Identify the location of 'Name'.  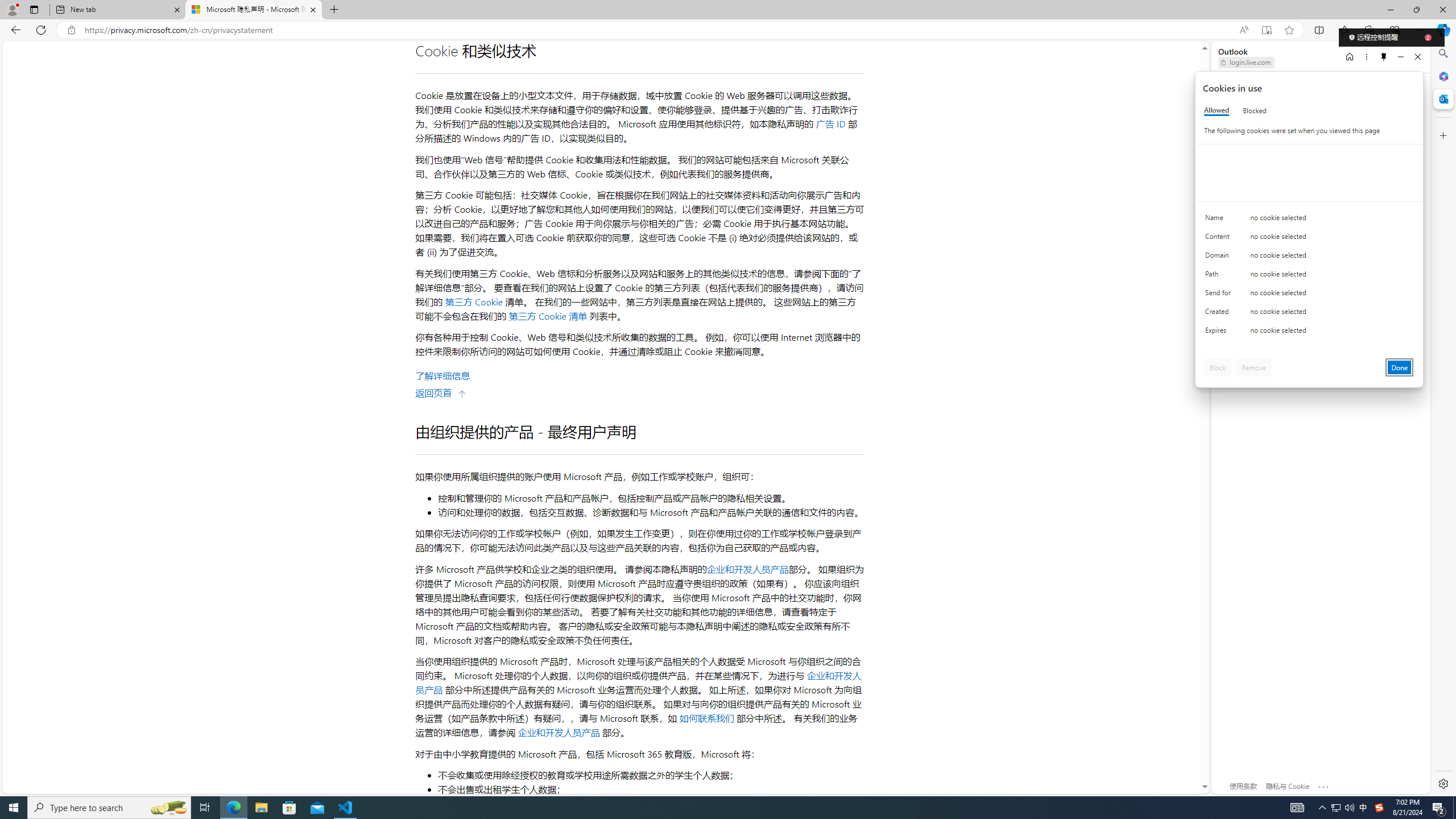
(1219, 220).